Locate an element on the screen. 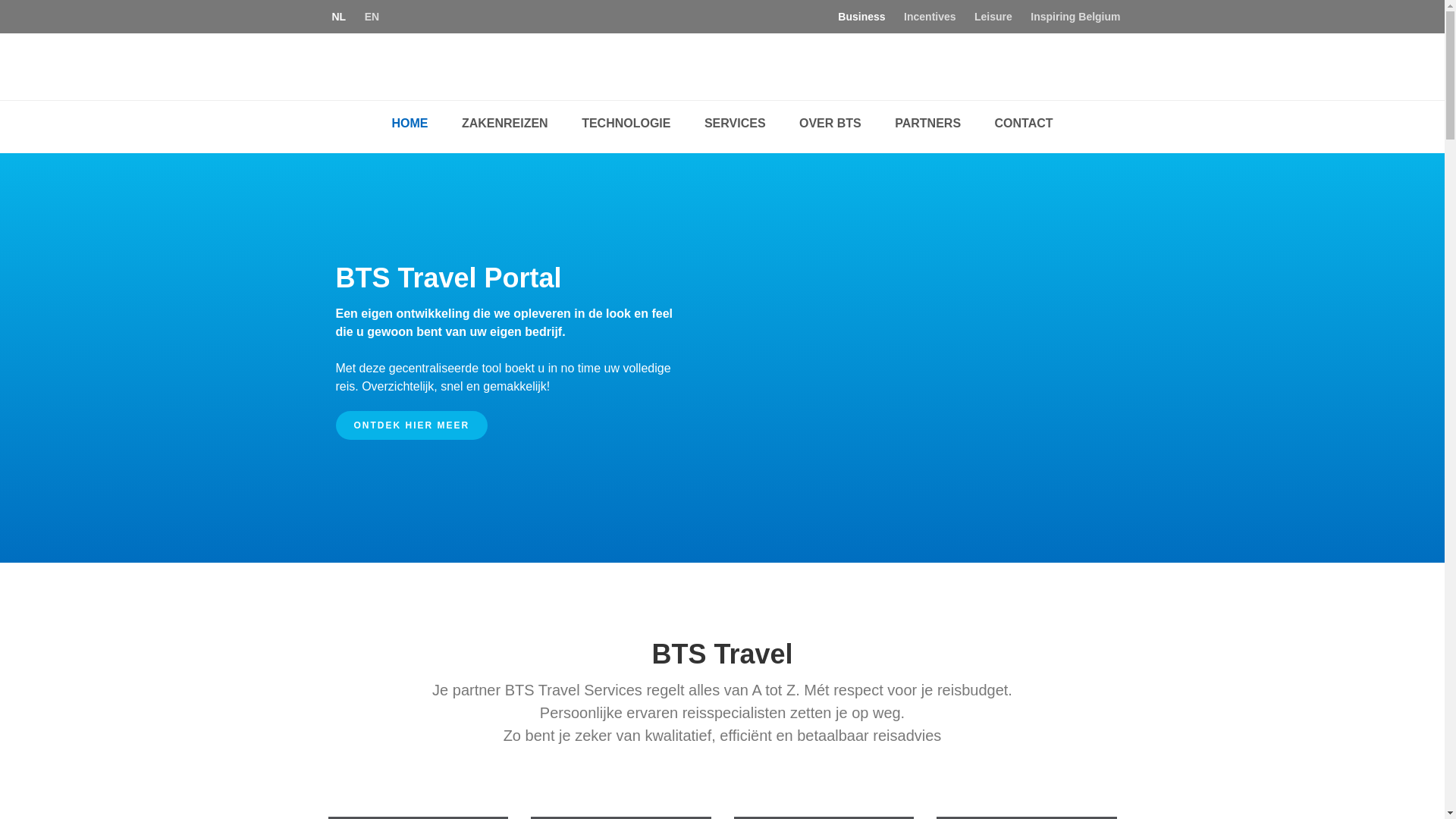 This screenshot has height=819, width=1456. 'PARTNERS' is located at coordinates (880, 122).